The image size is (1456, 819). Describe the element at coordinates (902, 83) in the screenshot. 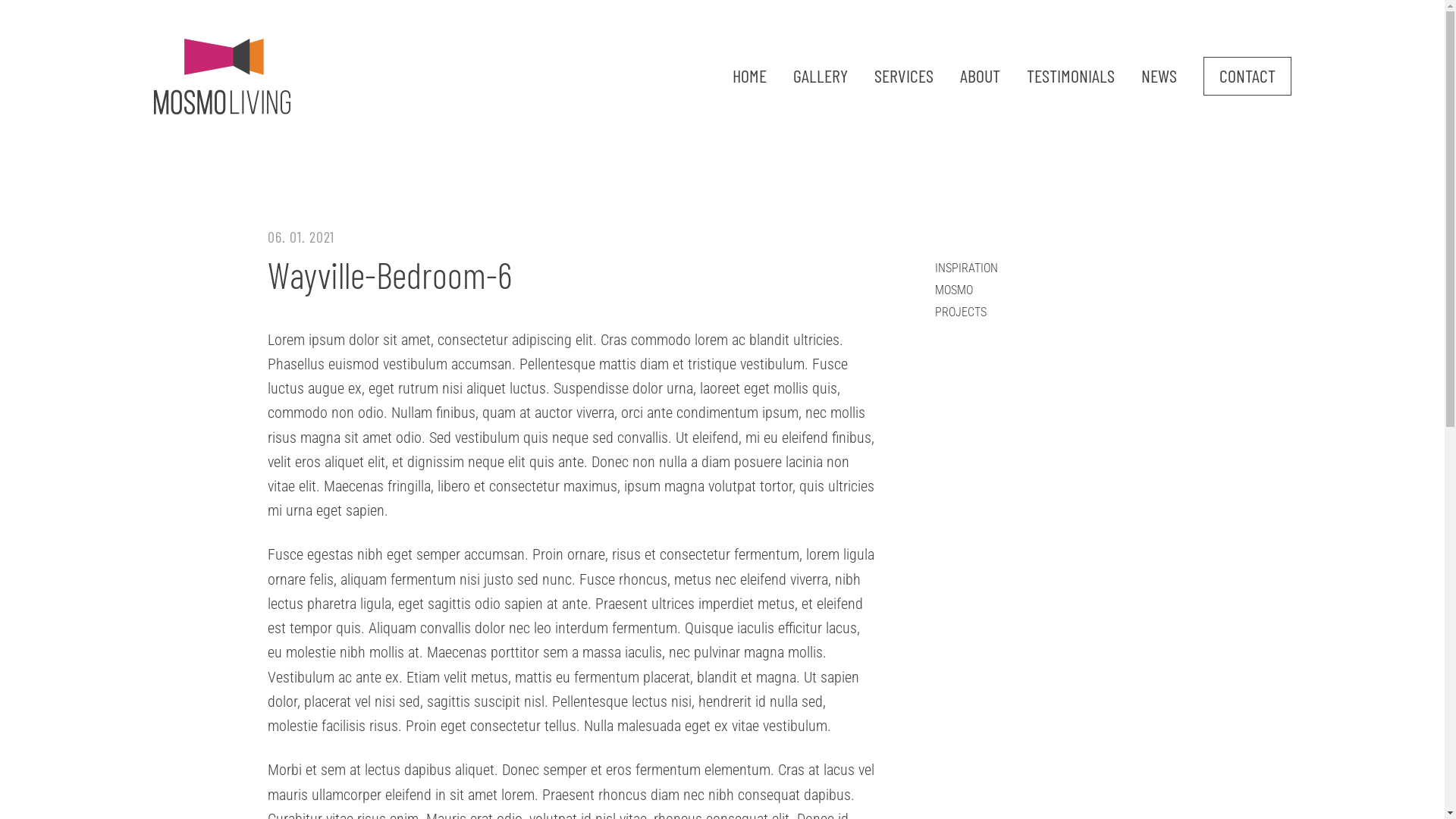

I see `'SERVICES'` at that location.